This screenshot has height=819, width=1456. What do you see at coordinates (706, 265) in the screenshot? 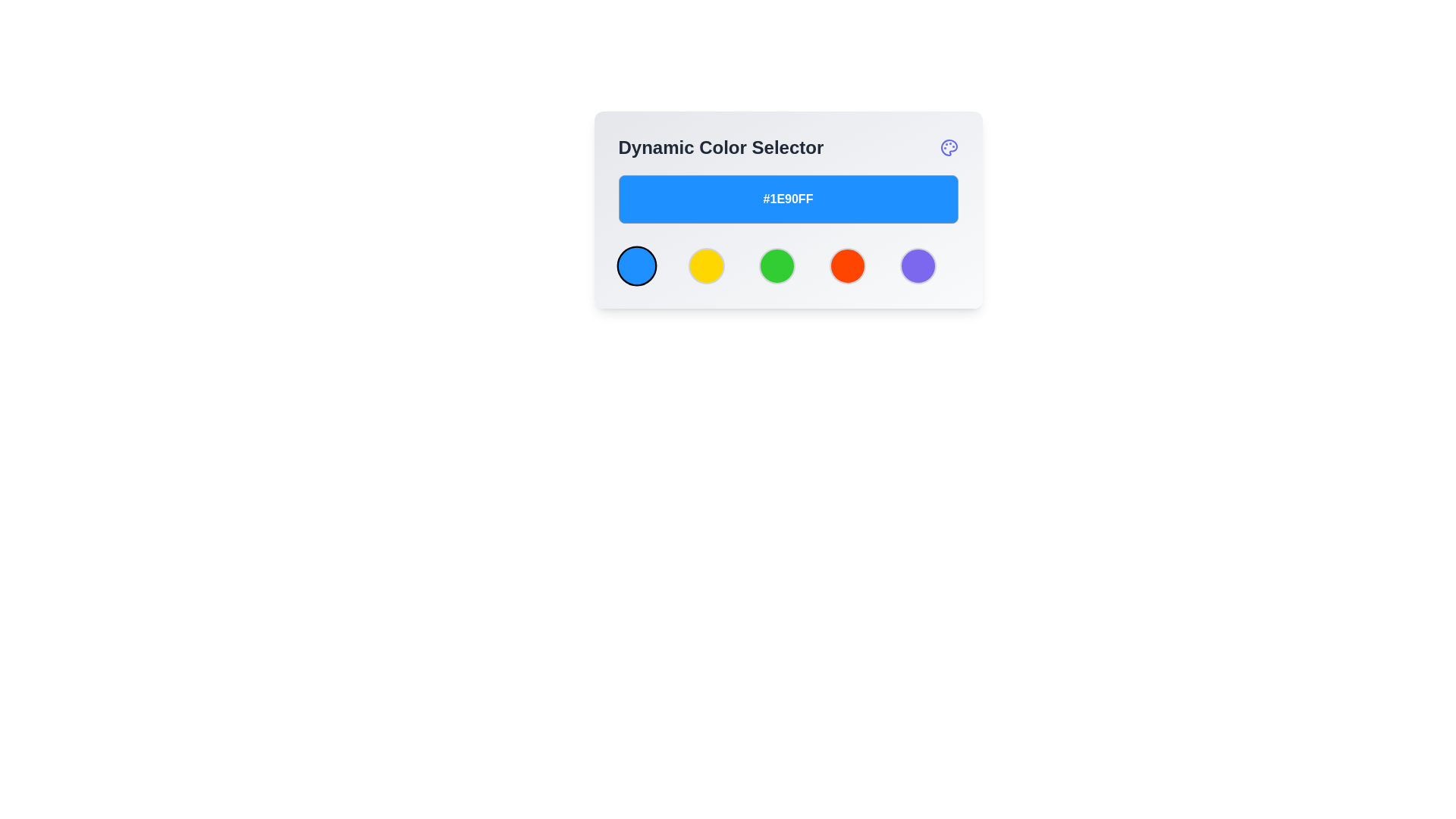
I see `the second circular button with a yellow fill and gray border, which is located between a blue button and a green button` at bounding box center [706, 265].